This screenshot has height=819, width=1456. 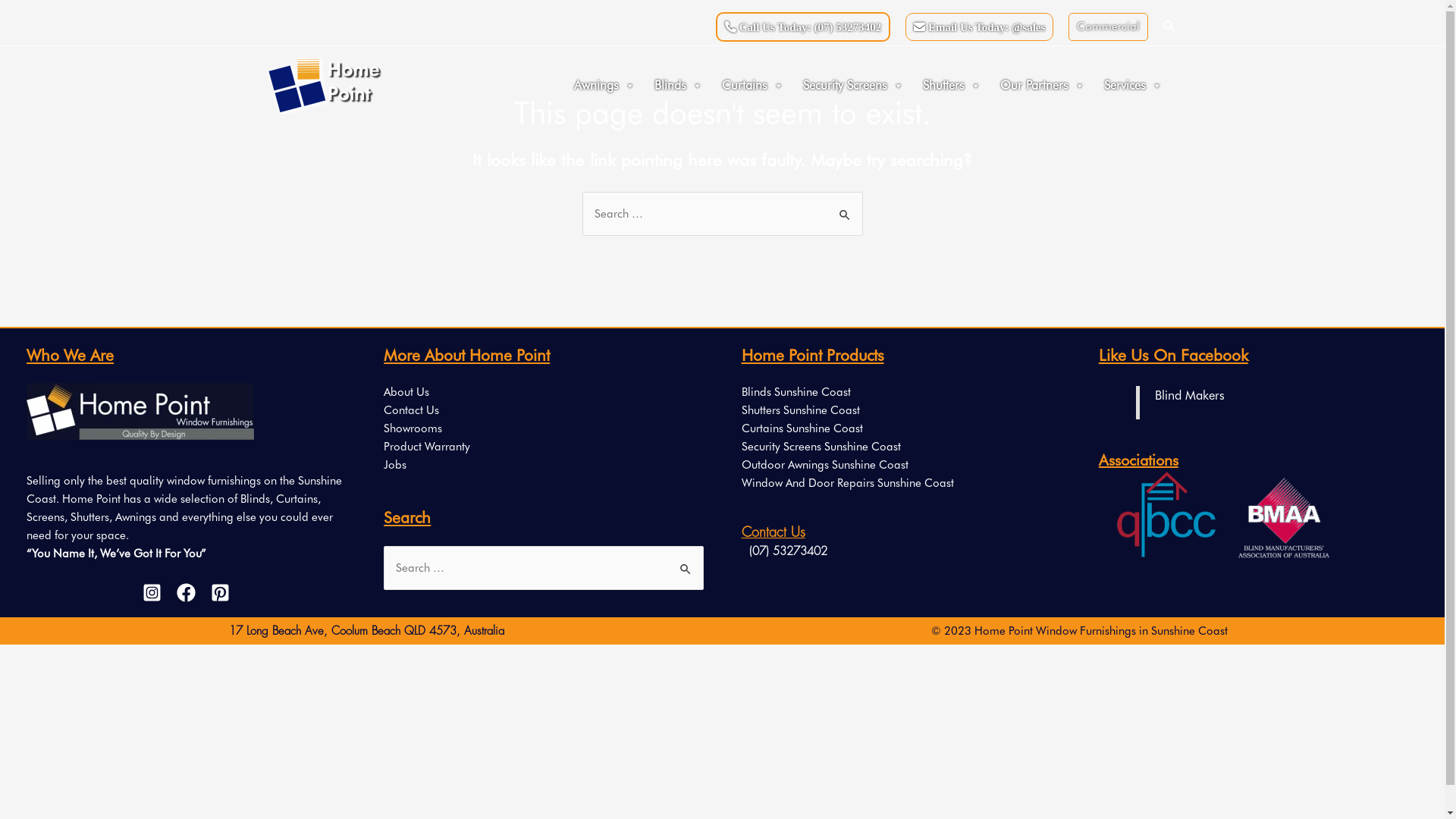 What do you see at coordinates (795, 391) in the screenshot?
I see `'Blinds Sunshine Coast'` at bounding box center [795, 391].